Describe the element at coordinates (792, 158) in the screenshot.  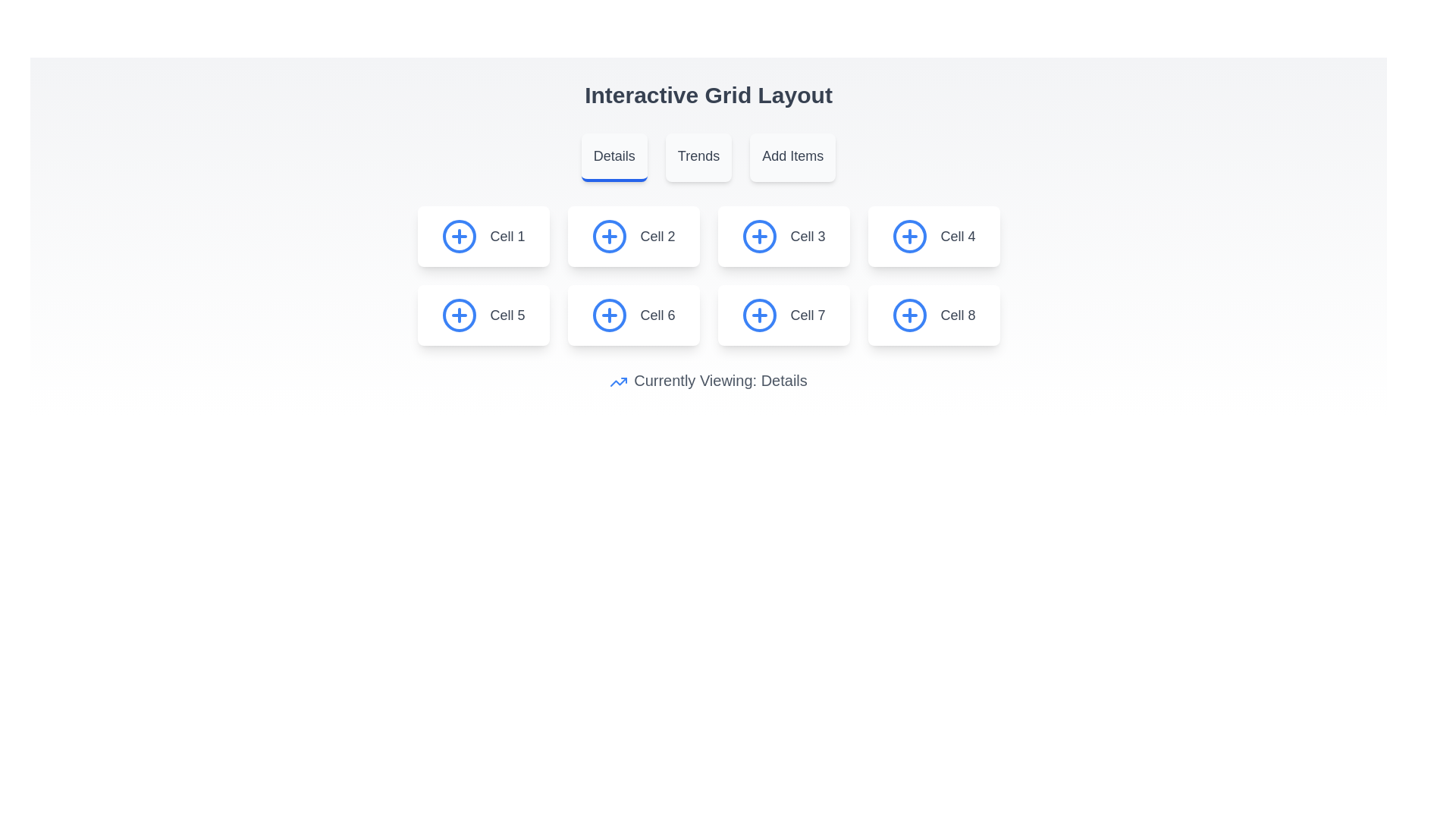
I see `the third button in the horizontal series beneath the 'Interactive Grid Layout' heading` at that location.